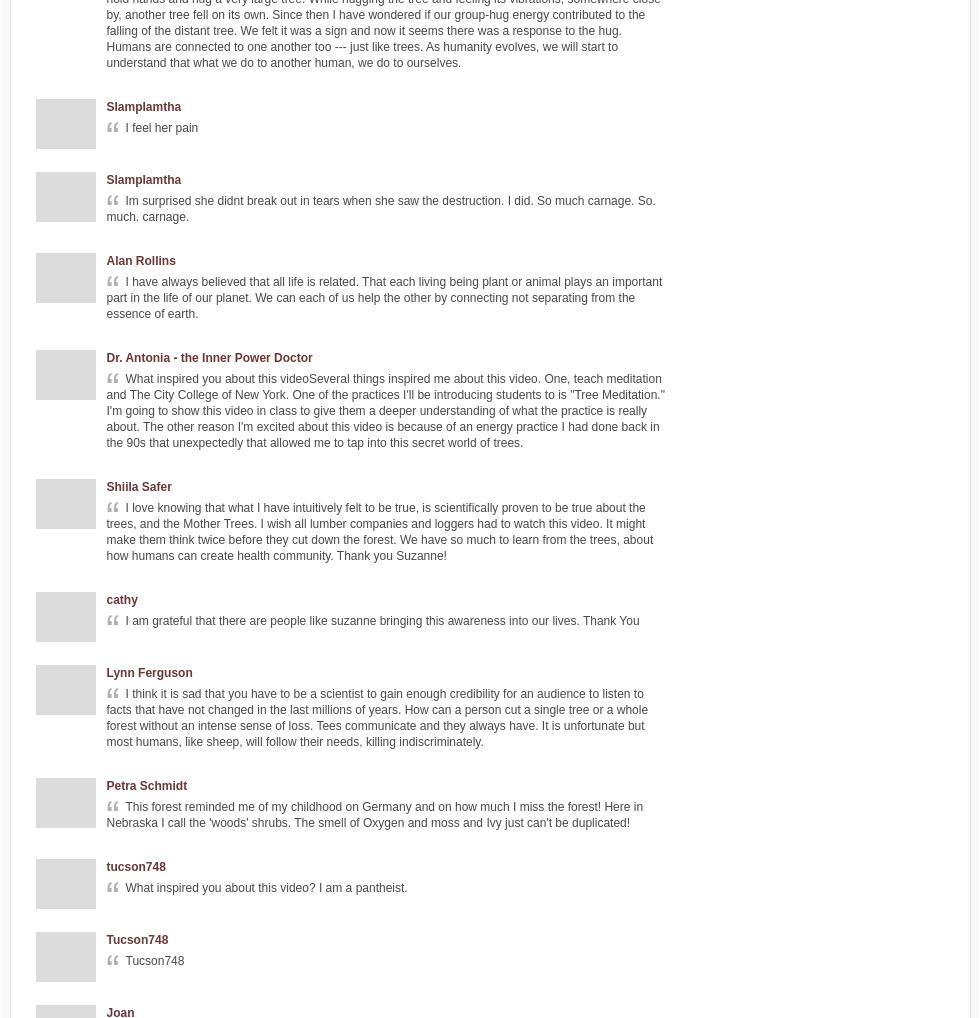 Image resolution: width=980 pixels, height=1018 pixels. Describe the element at coordinates (380, 207) in the screenshot. I see `'Im surprised she didnt break out in tears when she saw the destruction. I did. So much carnage. So. much. carnage.'` at that location.